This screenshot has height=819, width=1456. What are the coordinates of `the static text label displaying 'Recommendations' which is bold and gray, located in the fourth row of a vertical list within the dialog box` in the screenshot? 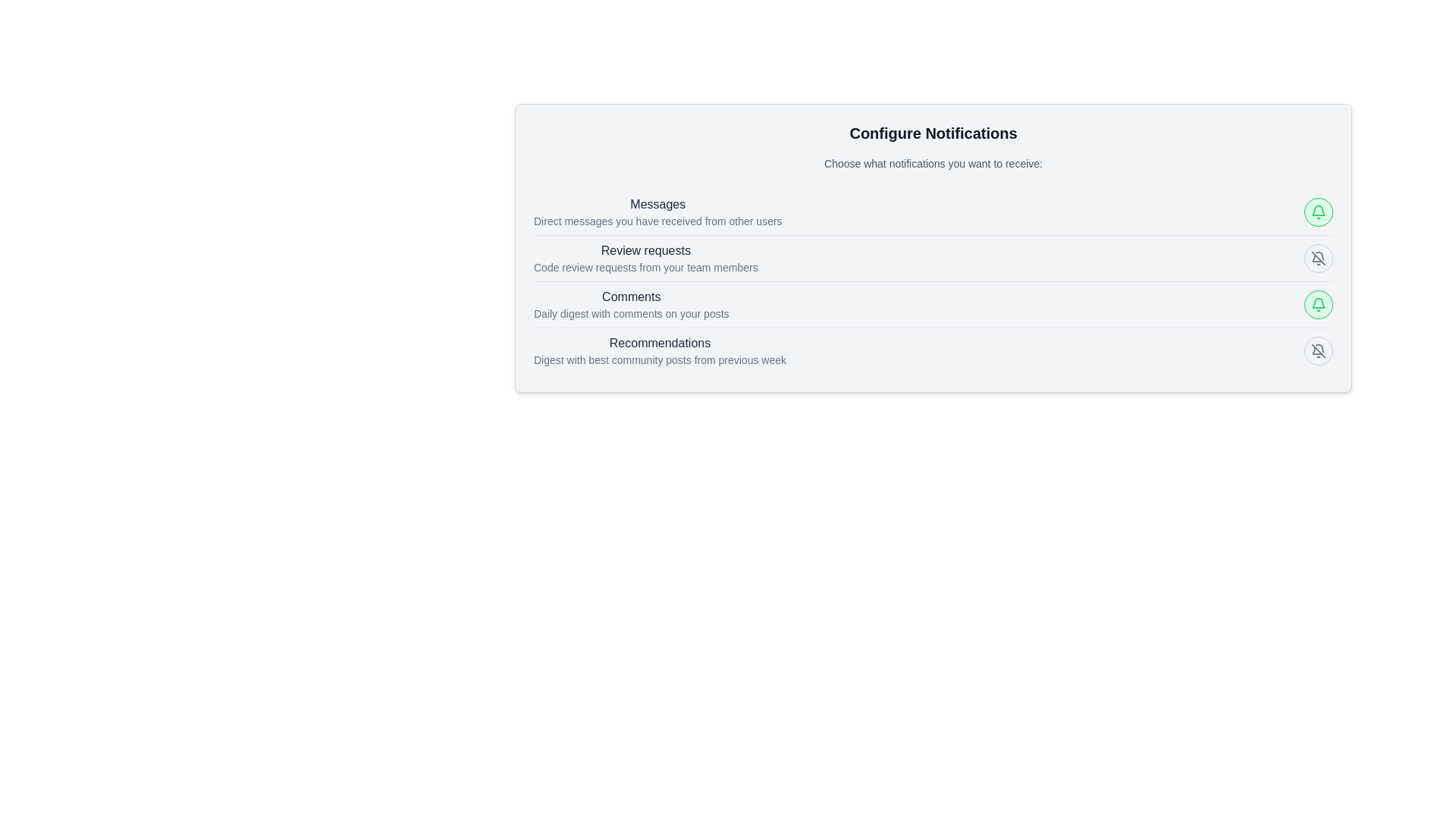 It's located at (660, 343).